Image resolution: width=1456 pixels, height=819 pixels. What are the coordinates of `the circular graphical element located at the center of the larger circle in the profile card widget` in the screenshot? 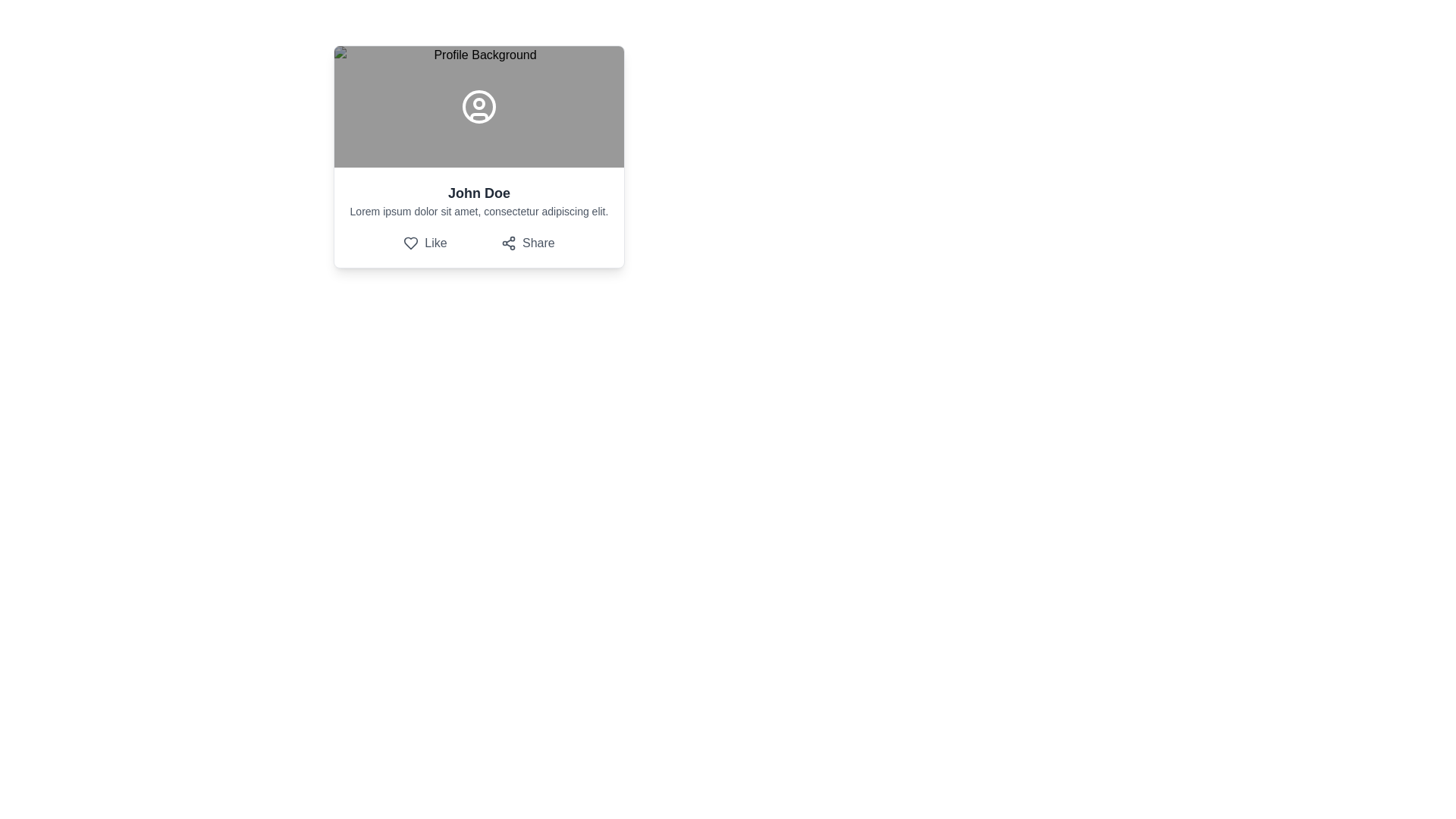 It's located at (479, 103).